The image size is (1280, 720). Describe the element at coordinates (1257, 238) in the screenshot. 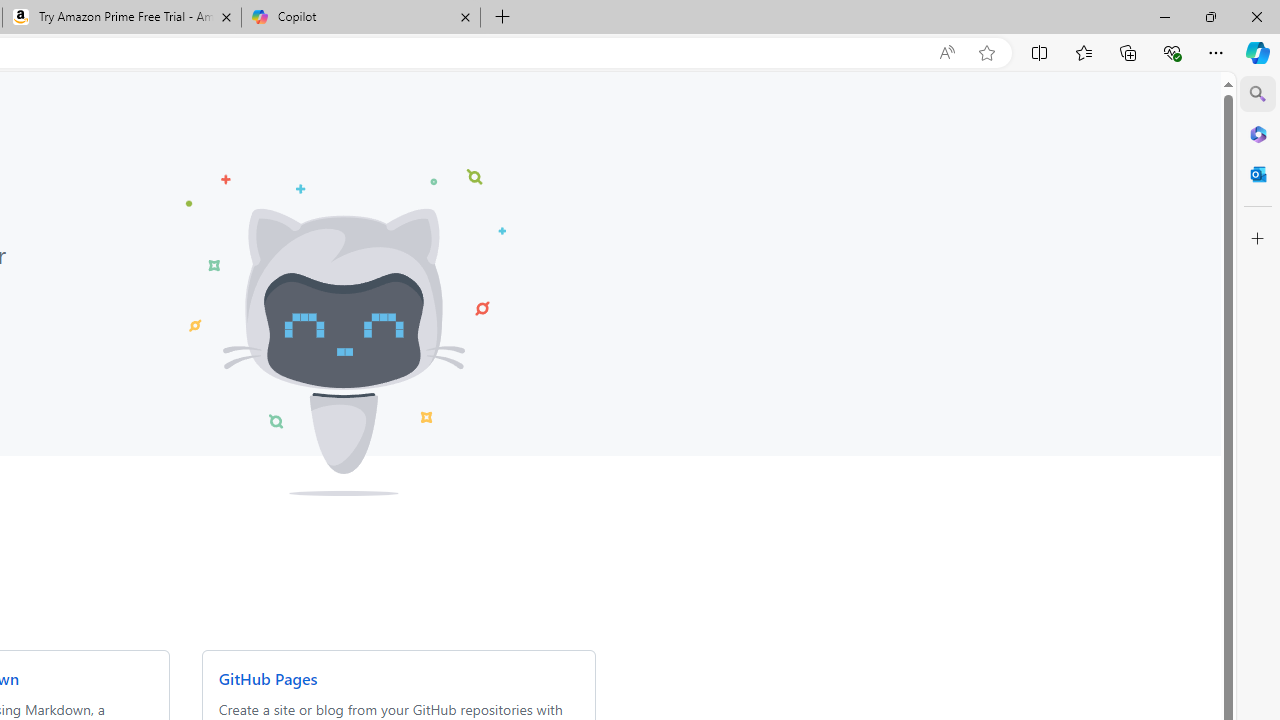

I see `'Customize'` at that location.